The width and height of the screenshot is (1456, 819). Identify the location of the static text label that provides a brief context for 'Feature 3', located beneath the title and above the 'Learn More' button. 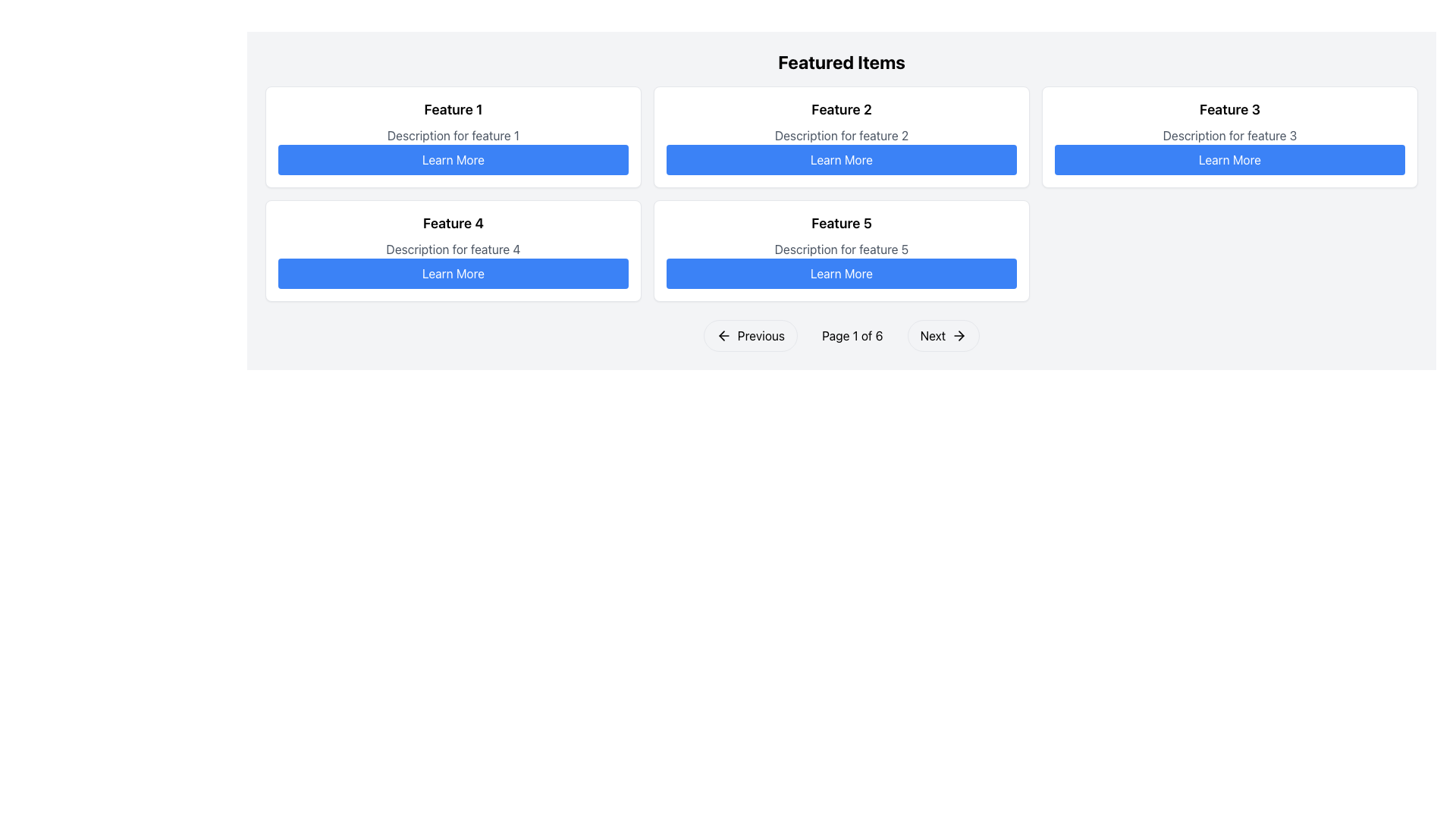
(1230, 134).